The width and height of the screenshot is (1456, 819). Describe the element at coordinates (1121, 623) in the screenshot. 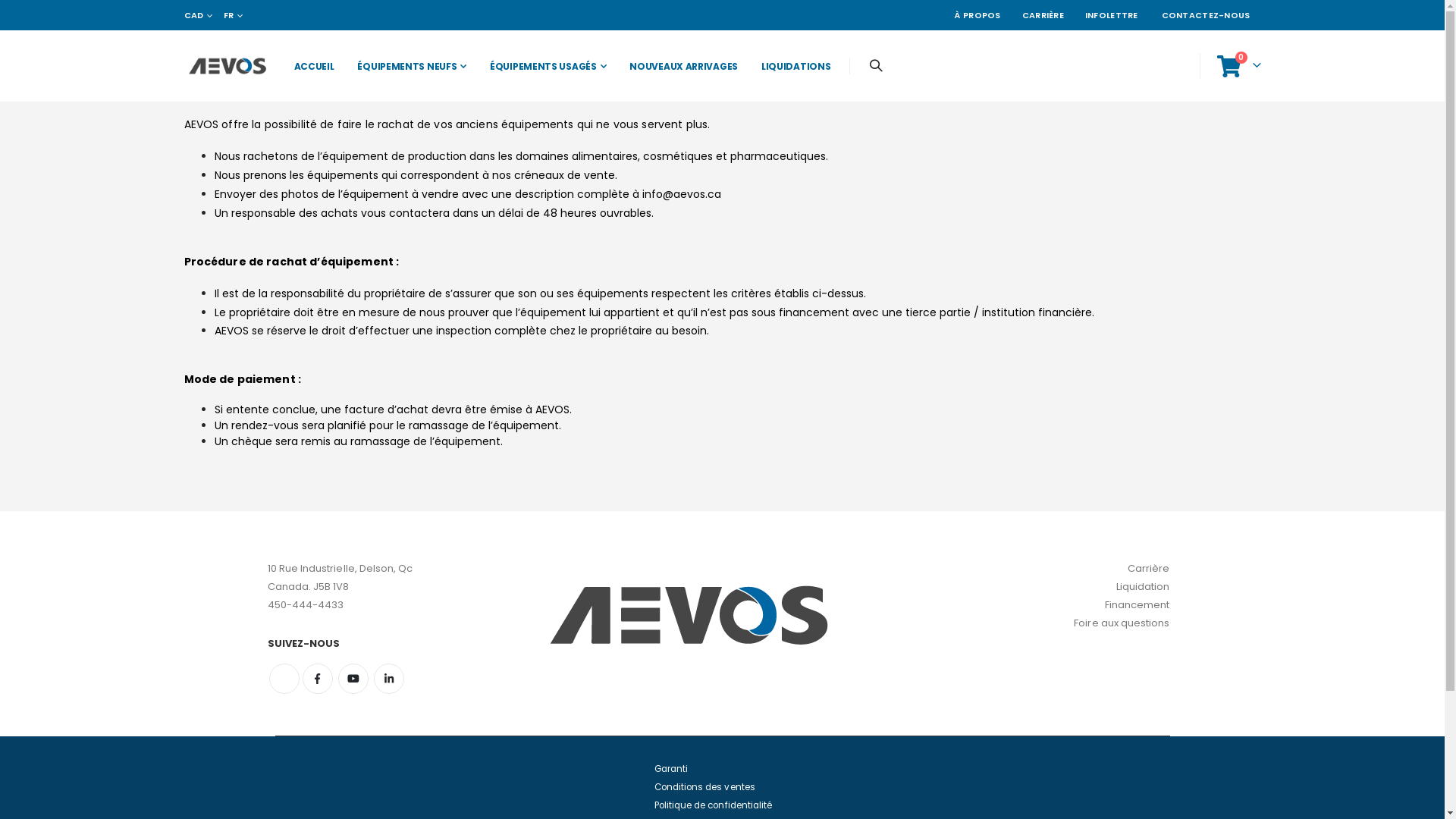

I see `'Foire aux questions'` at that location.